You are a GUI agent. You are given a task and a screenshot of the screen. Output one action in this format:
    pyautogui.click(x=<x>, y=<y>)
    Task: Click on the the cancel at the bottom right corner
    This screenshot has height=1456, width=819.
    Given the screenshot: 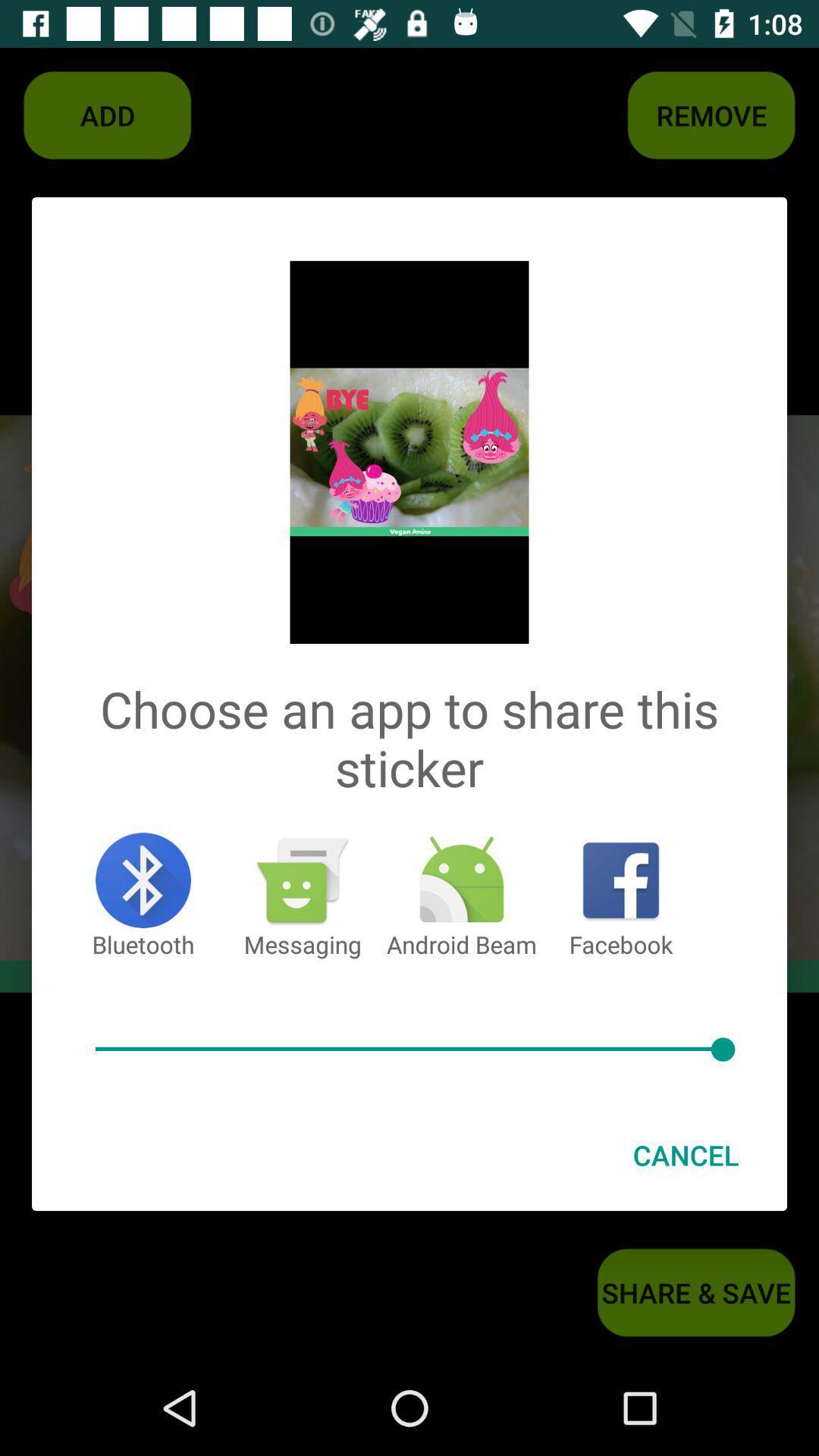 What is the action you would take?
    pyautogui.click(x=686, y=1154)
    